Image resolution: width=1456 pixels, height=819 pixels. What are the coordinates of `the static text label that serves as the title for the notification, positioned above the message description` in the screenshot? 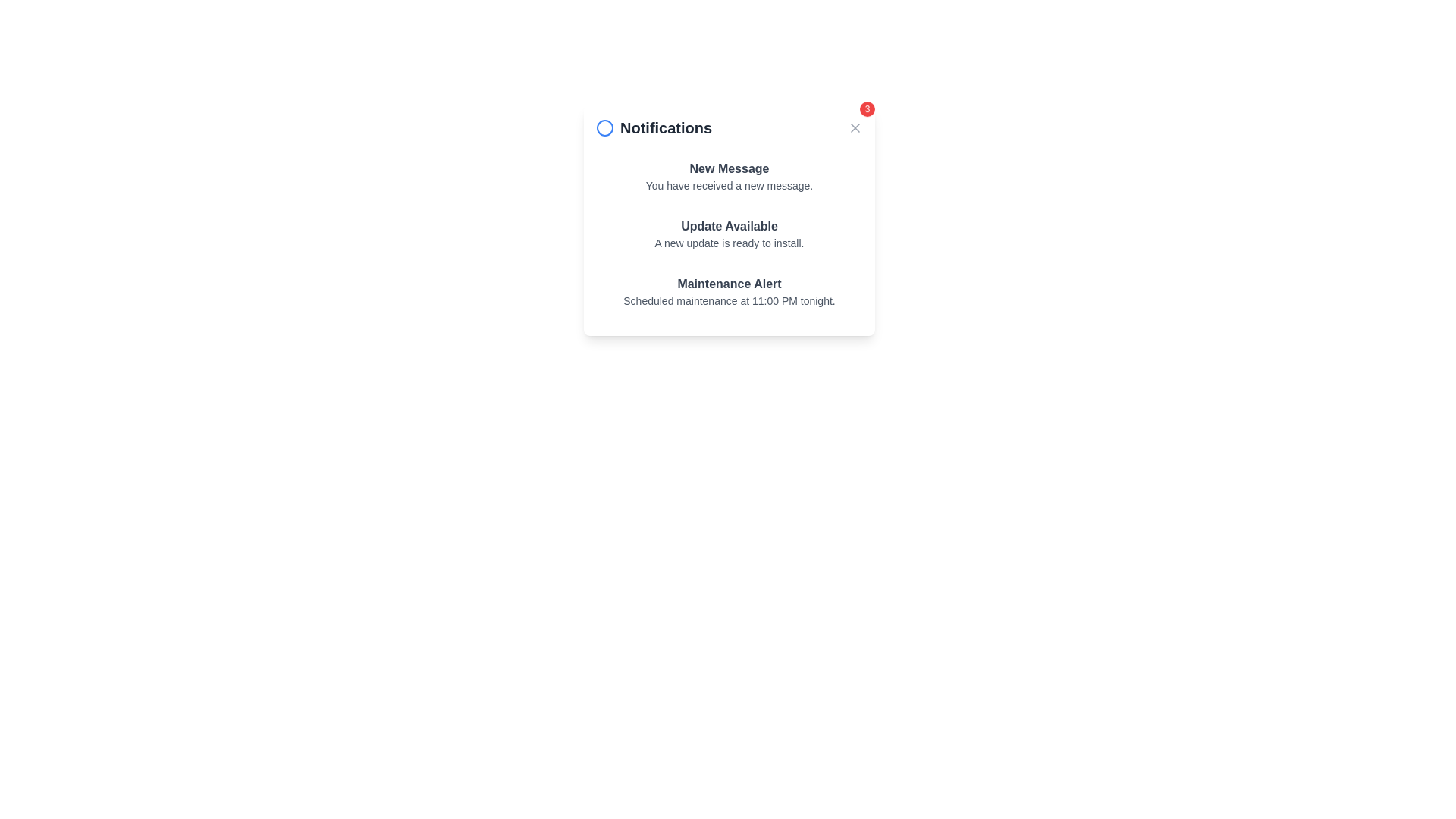 It's located at (729, 168).